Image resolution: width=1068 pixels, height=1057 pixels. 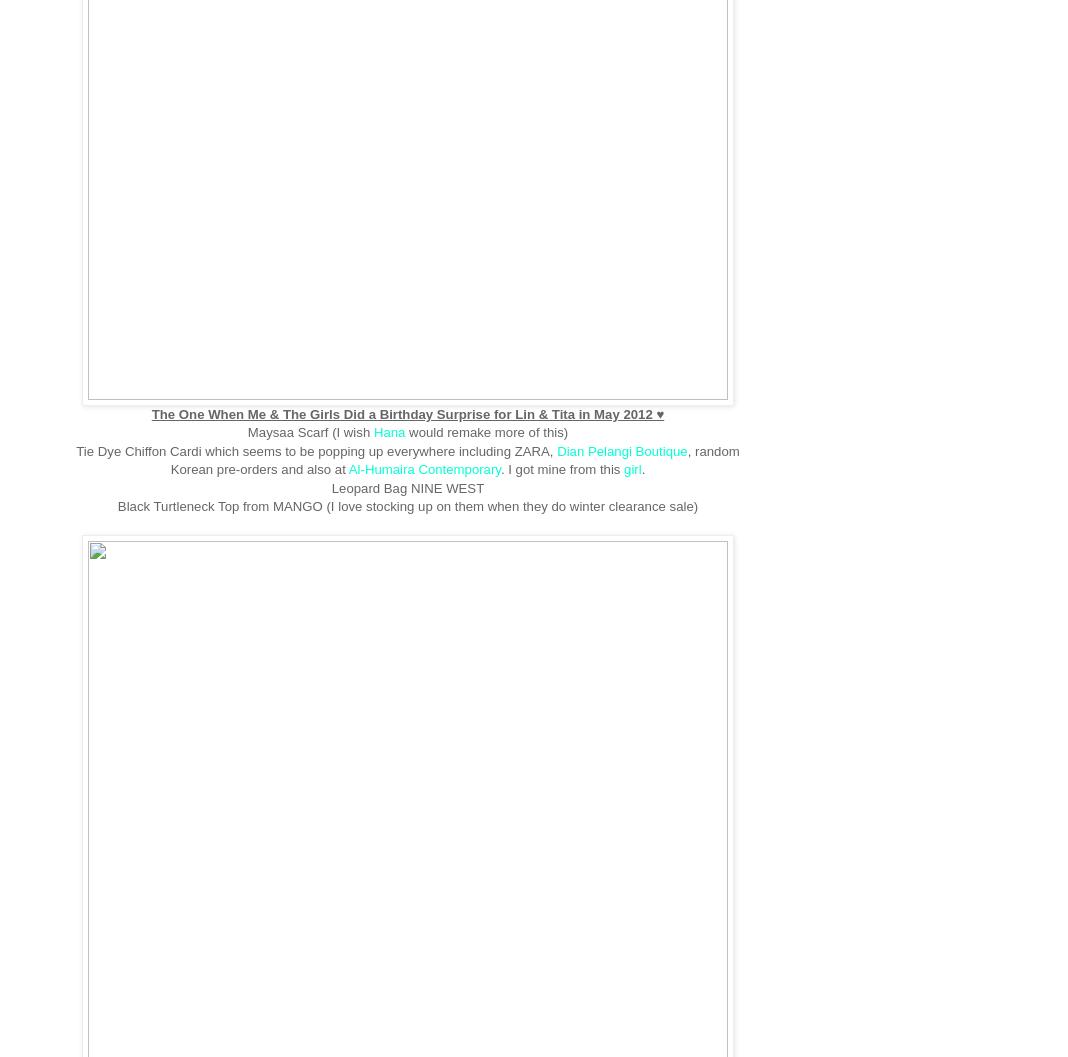 I want to click on 'would remake more of this)', so click(x=488, y=431).